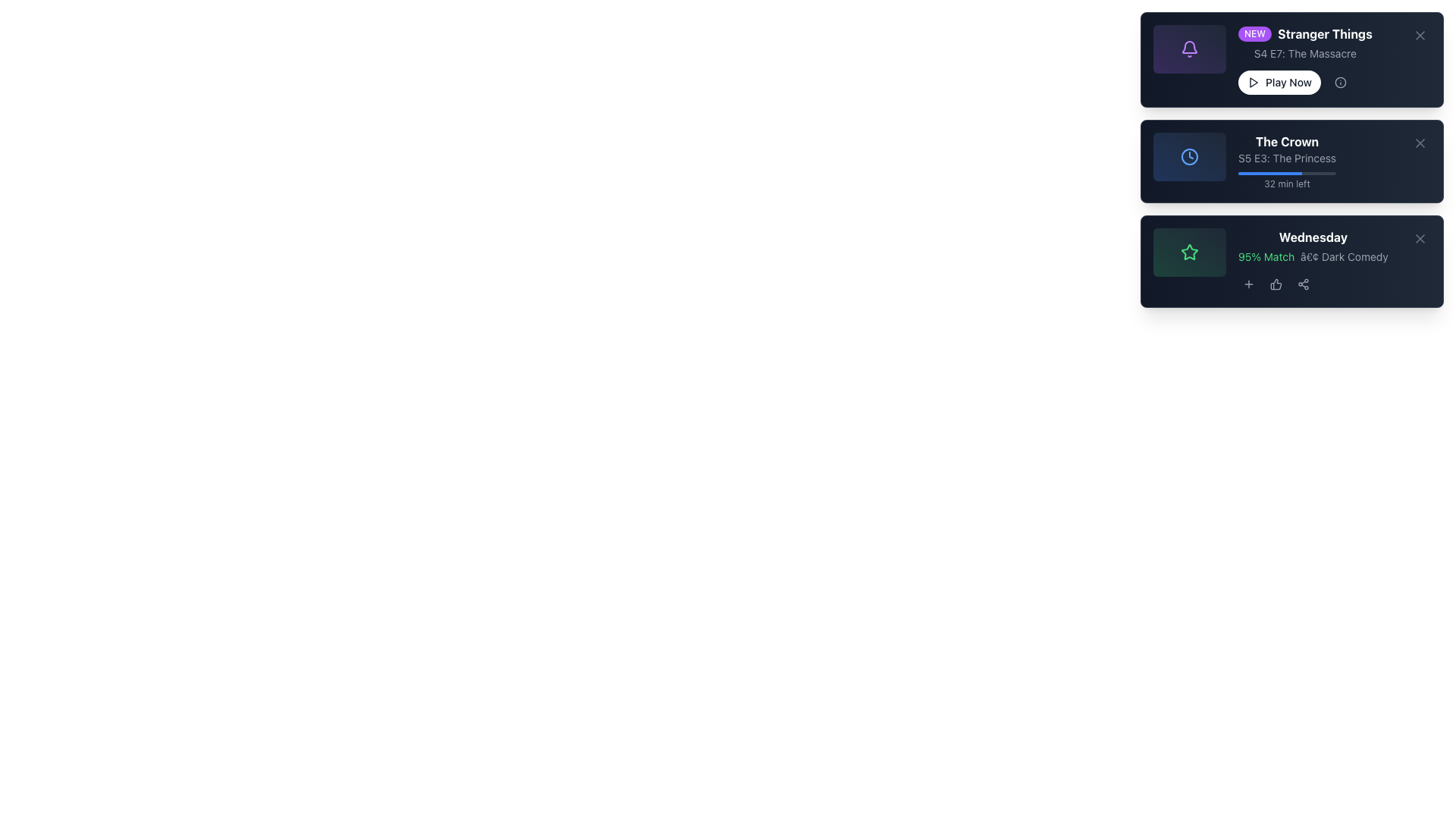 This screenshot has width=1456, height=819. Describe the element at coordinates (1340, 82) in the screenshot. I see `the informational indicator icon located at the top-right corner of the first card in a vertical stack of three cards` at that location.